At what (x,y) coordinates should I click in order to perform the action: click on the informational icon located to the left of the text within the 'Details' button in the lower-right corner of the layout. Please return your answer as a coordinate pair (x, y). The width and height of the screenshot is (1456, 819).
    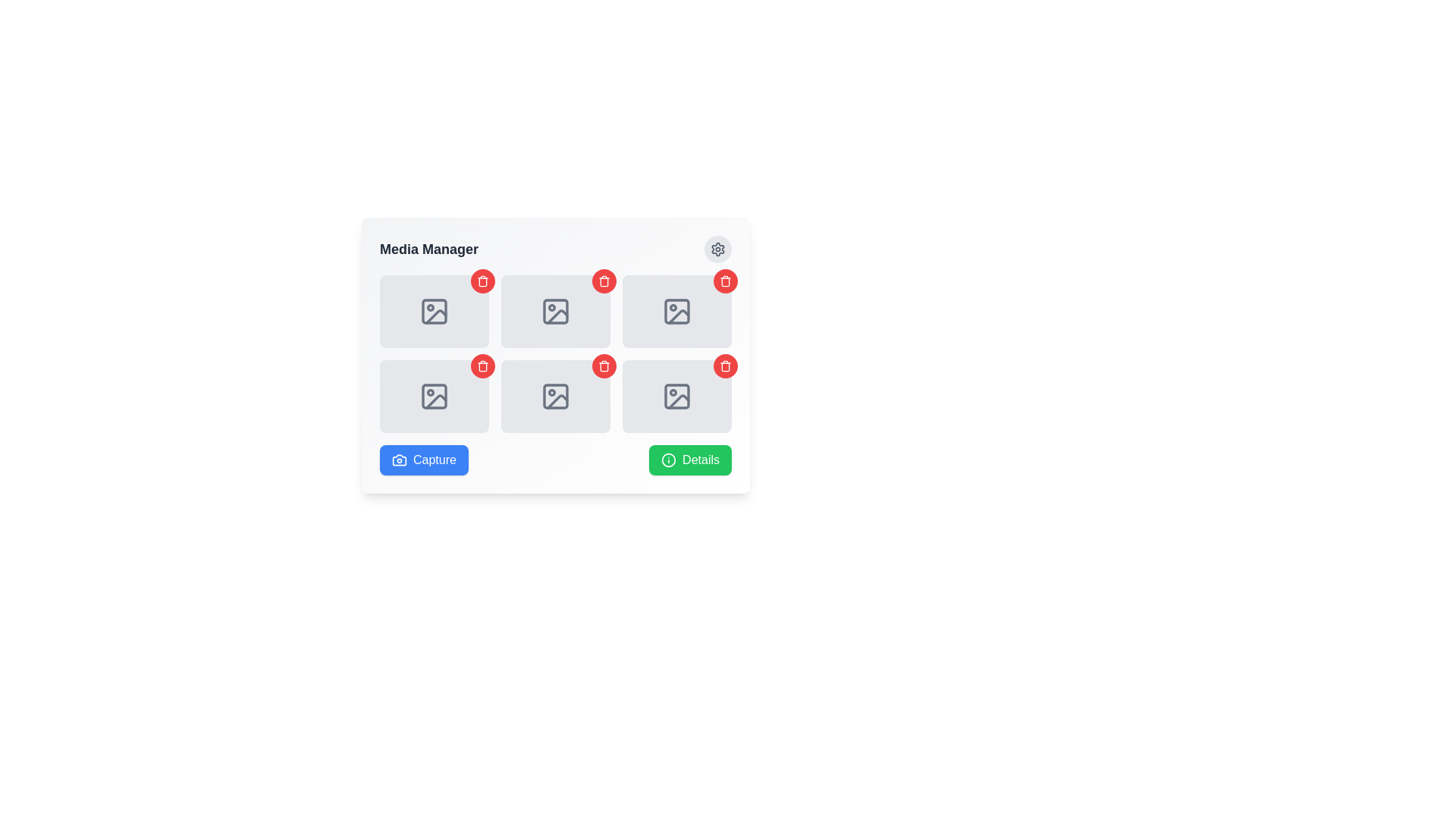
    Looking at the image, I should click on (668, 459).